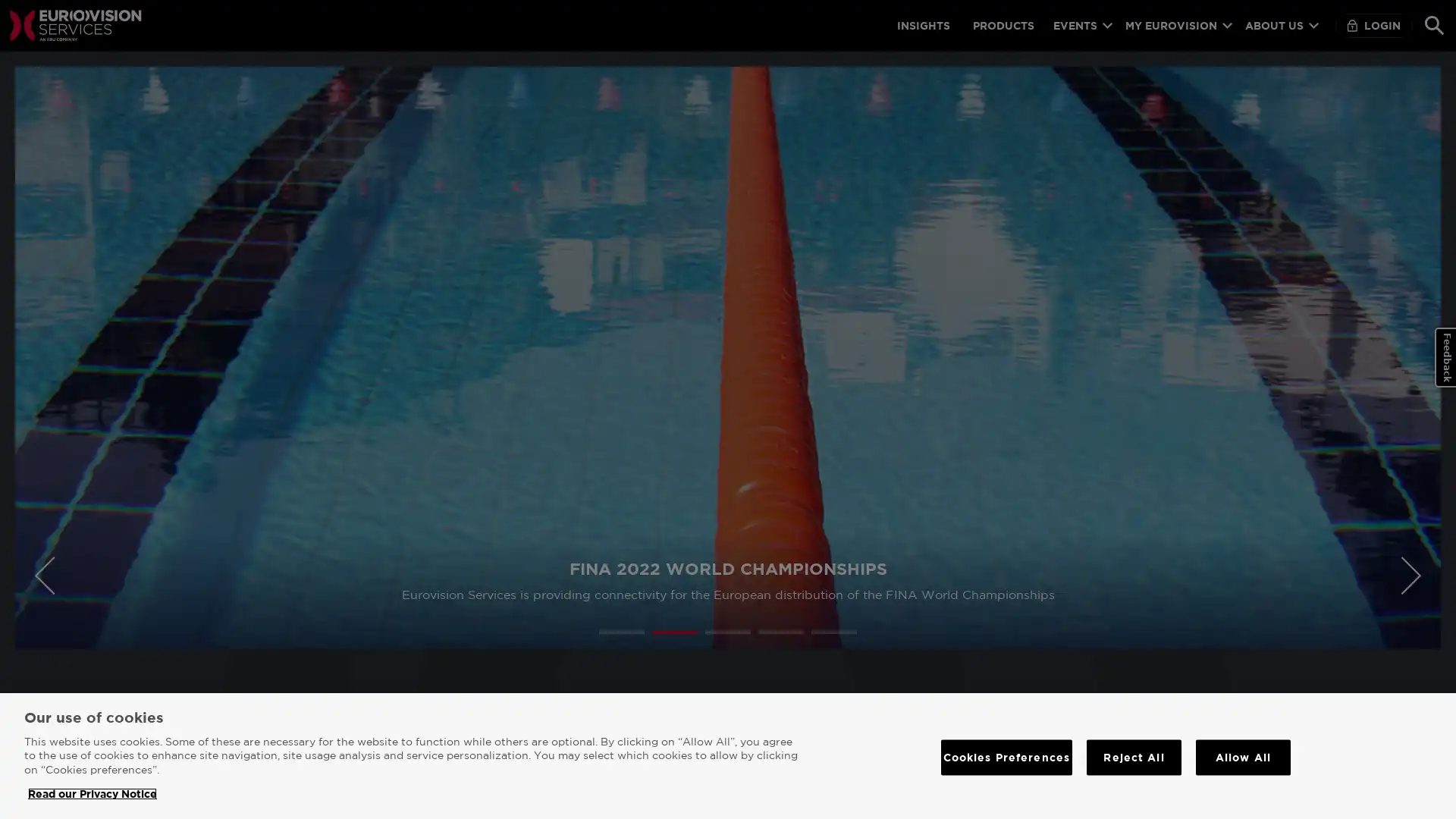  Describe the element at coordinates (673, 632) in the screenshot. I see `Carousel Page 2` at that location.